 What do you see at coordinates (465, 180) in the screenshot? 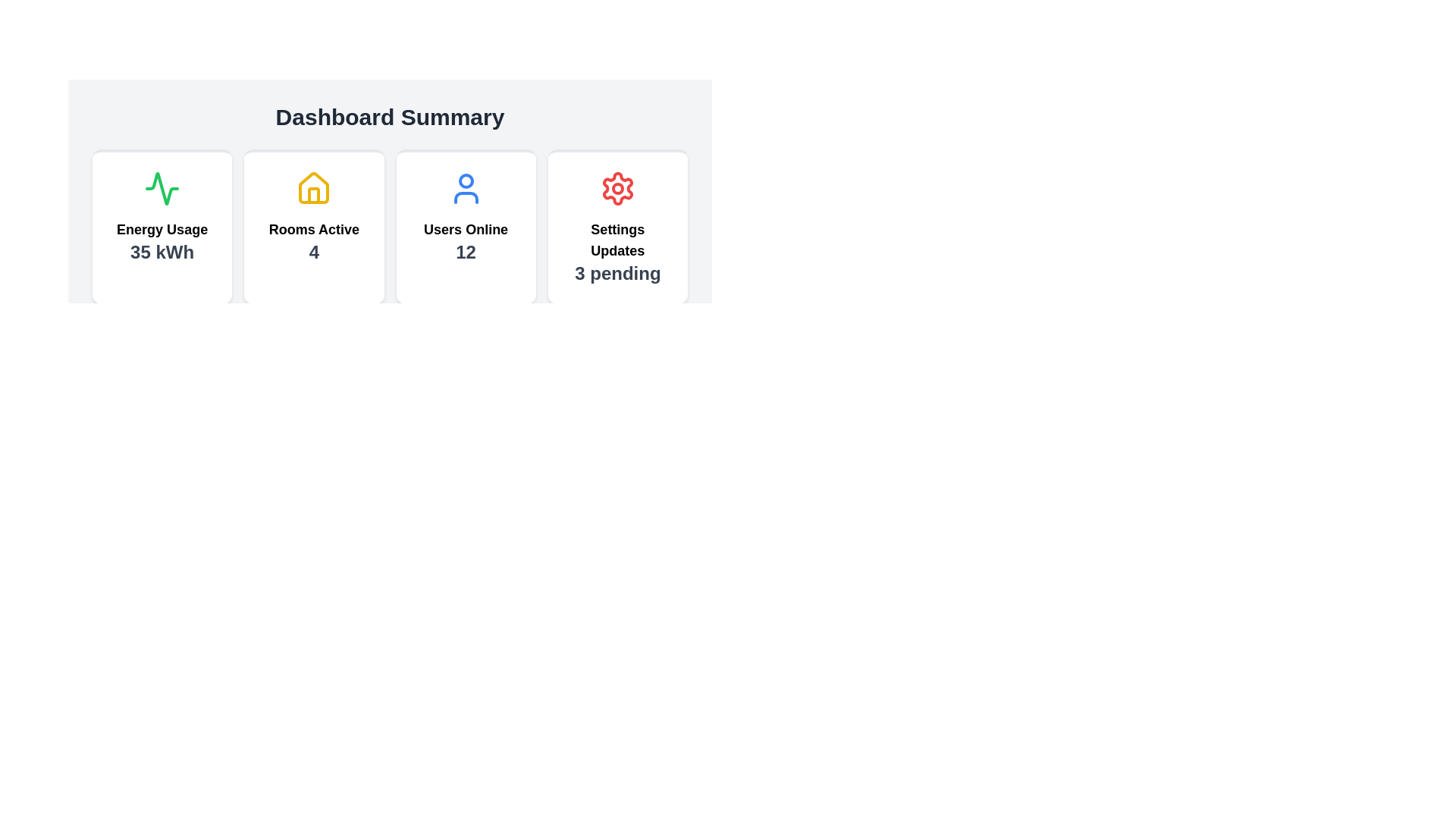
I see `the SVG circle representing a user icon located in the third column of the dashboard grid under the 'Users Online' header` at bounding box center [465, 180].